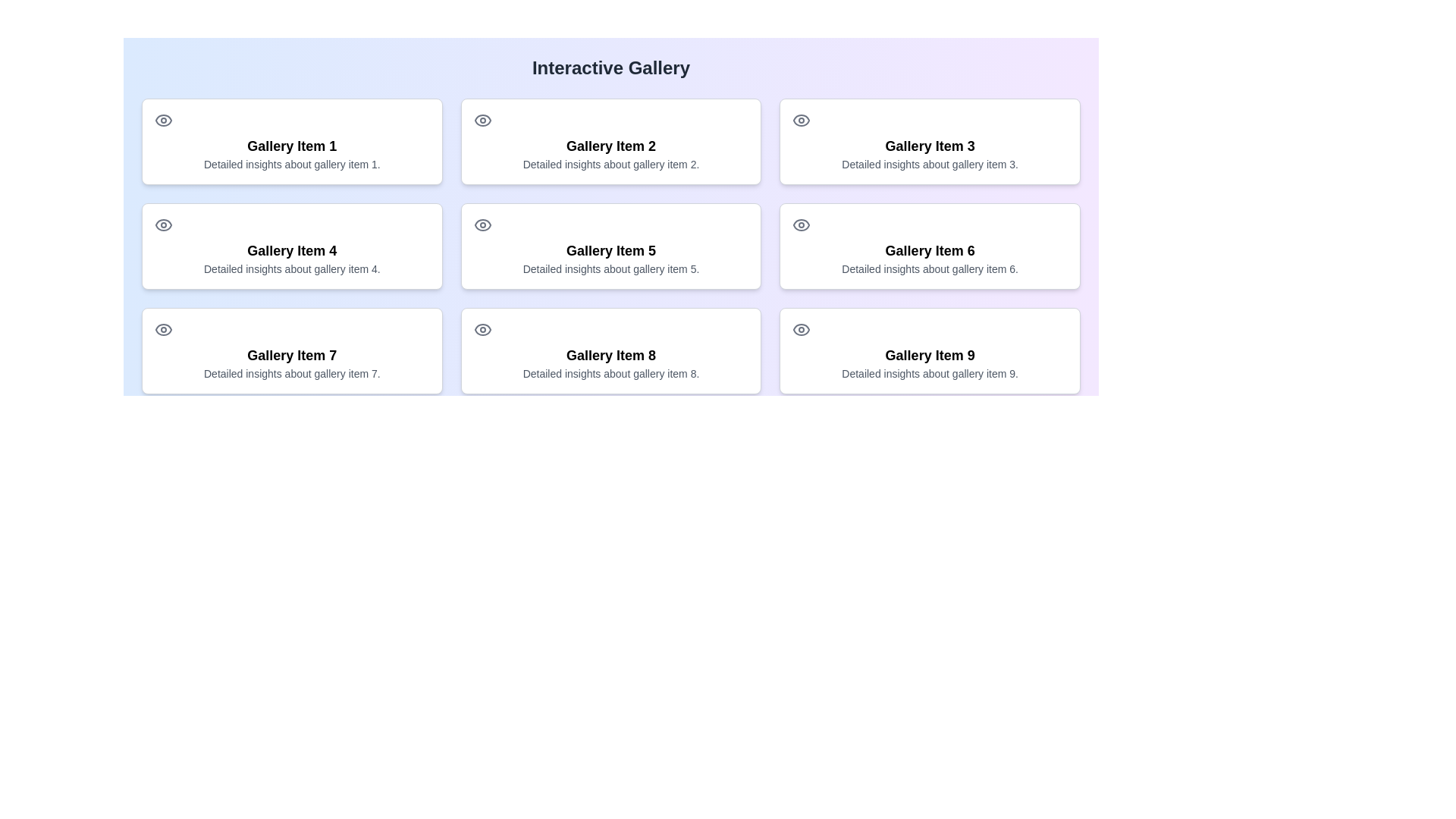 Image resolution: width=1456 pixels, height=819 pixels. I want to click on the tile labeled 'Gallery Item 8' which has an eye icon on the left and bold text centered above a smaller gray description, so click(611, 350).